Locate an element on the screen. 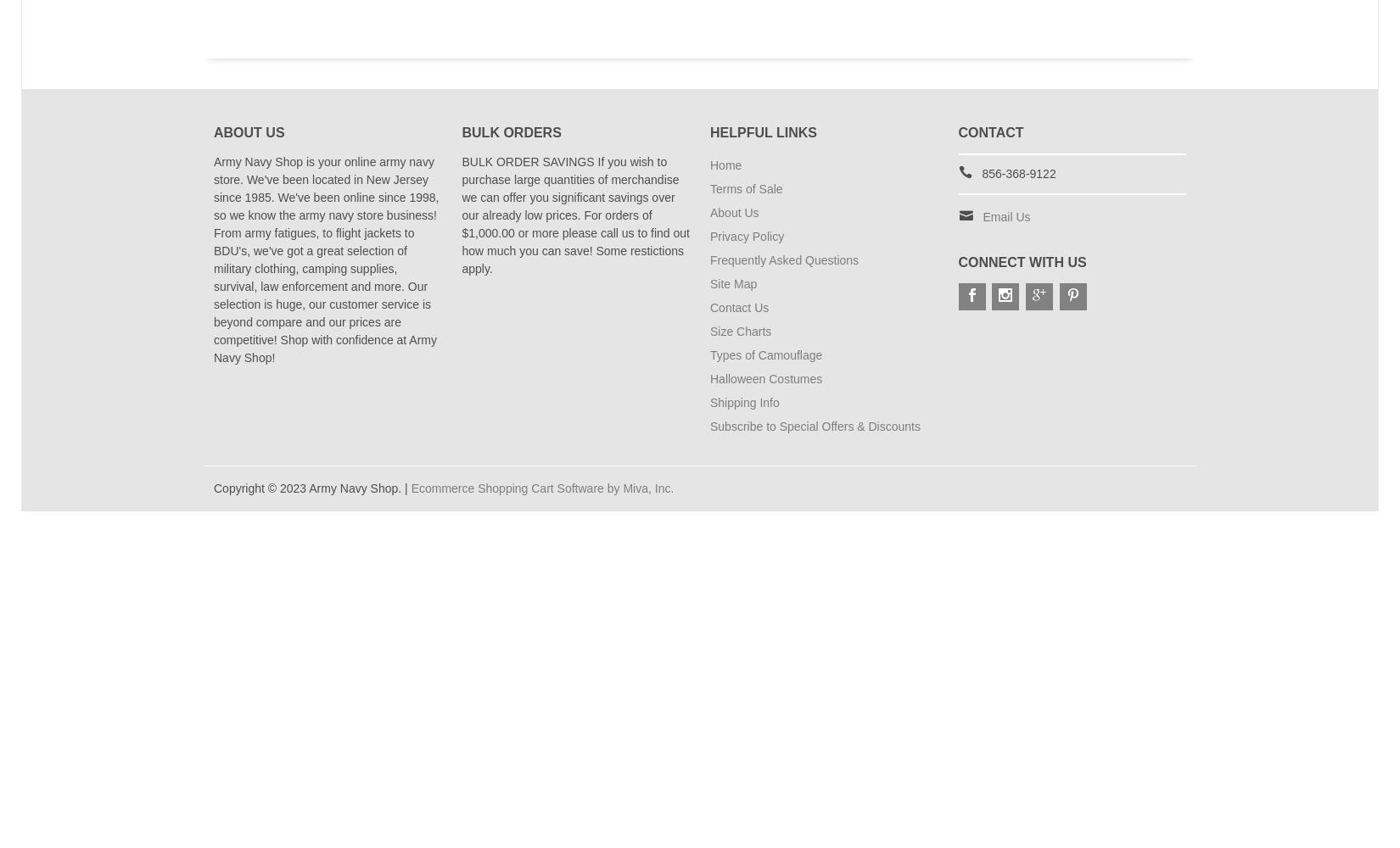 Image resolution: width=1400 pixels, height=848 pixels. 'Size Charts' is located at coordinates (741, 331).